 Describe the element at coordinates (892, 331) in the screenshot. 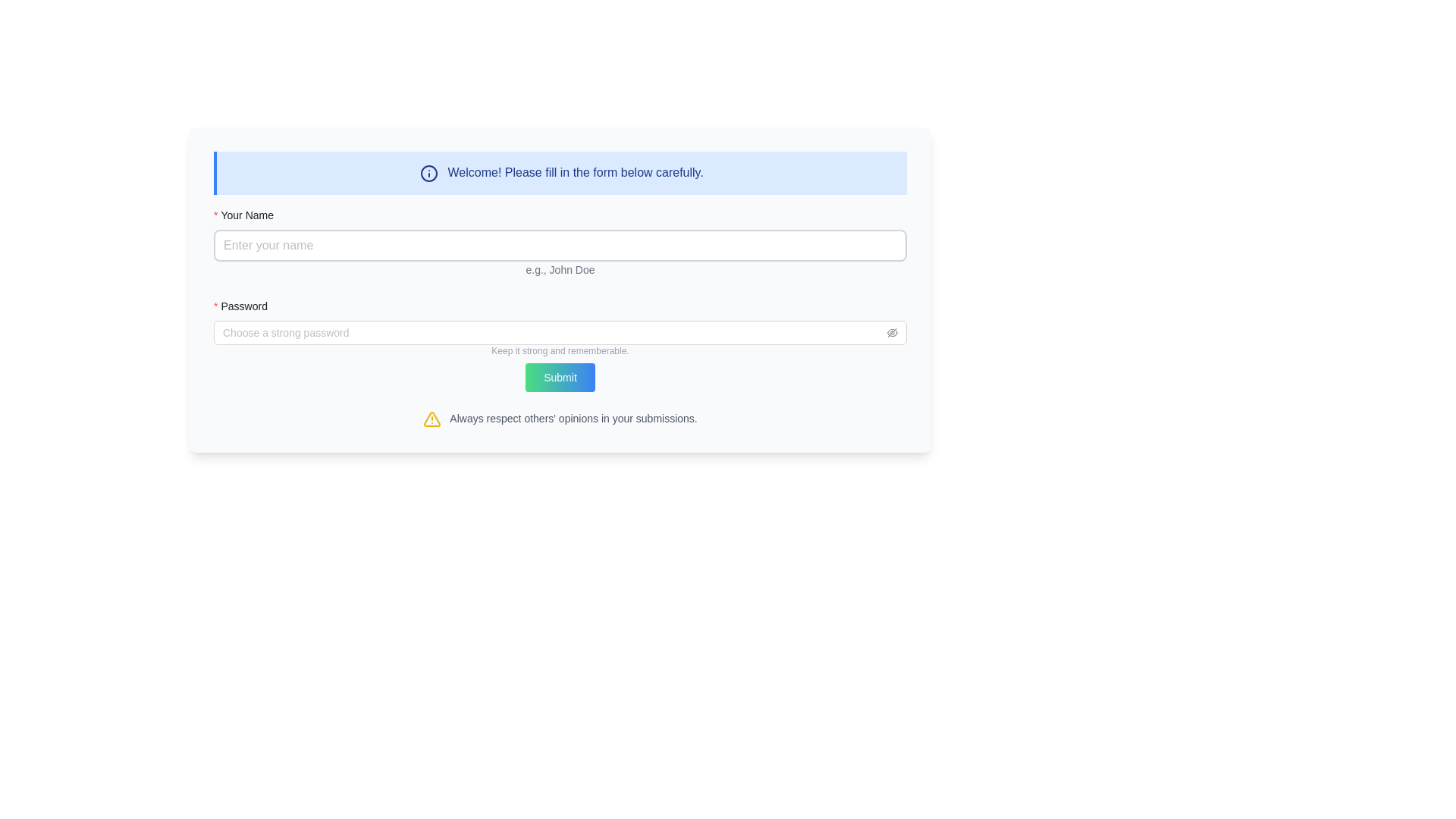

I see `the crossed-out eye icon located at the far right of the password input field` at that location.